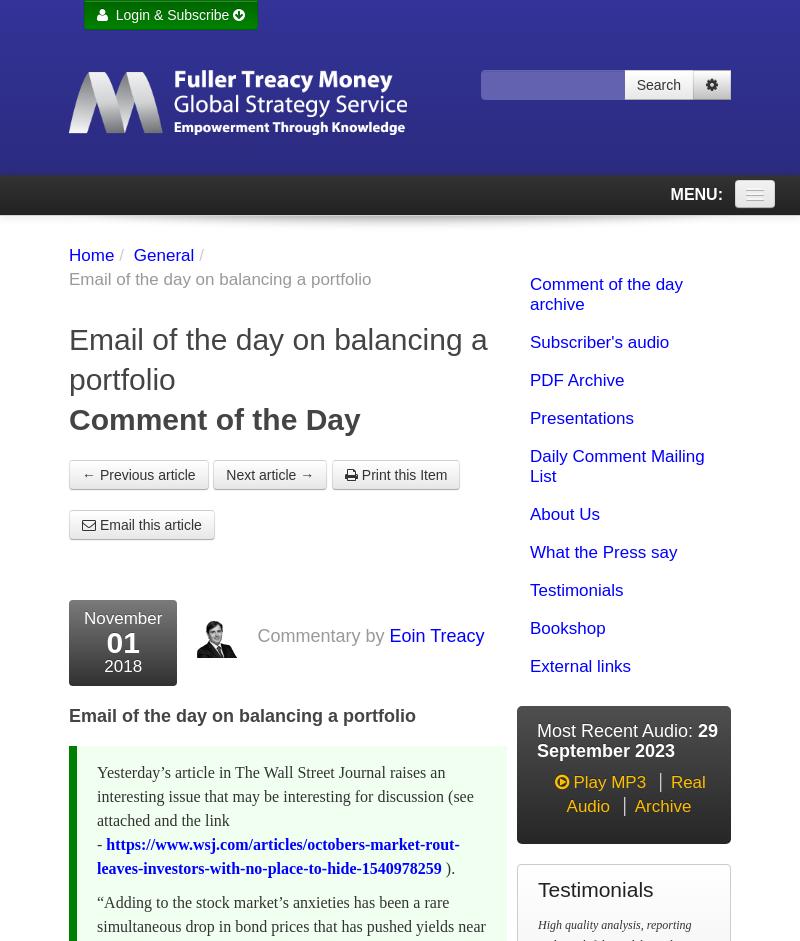 The width and height of the screenshot is (800, 941). What do you see at coordinates (634, 794) in the screenshot?
I see `'Real Audio'` at bounding box center [634, 794].